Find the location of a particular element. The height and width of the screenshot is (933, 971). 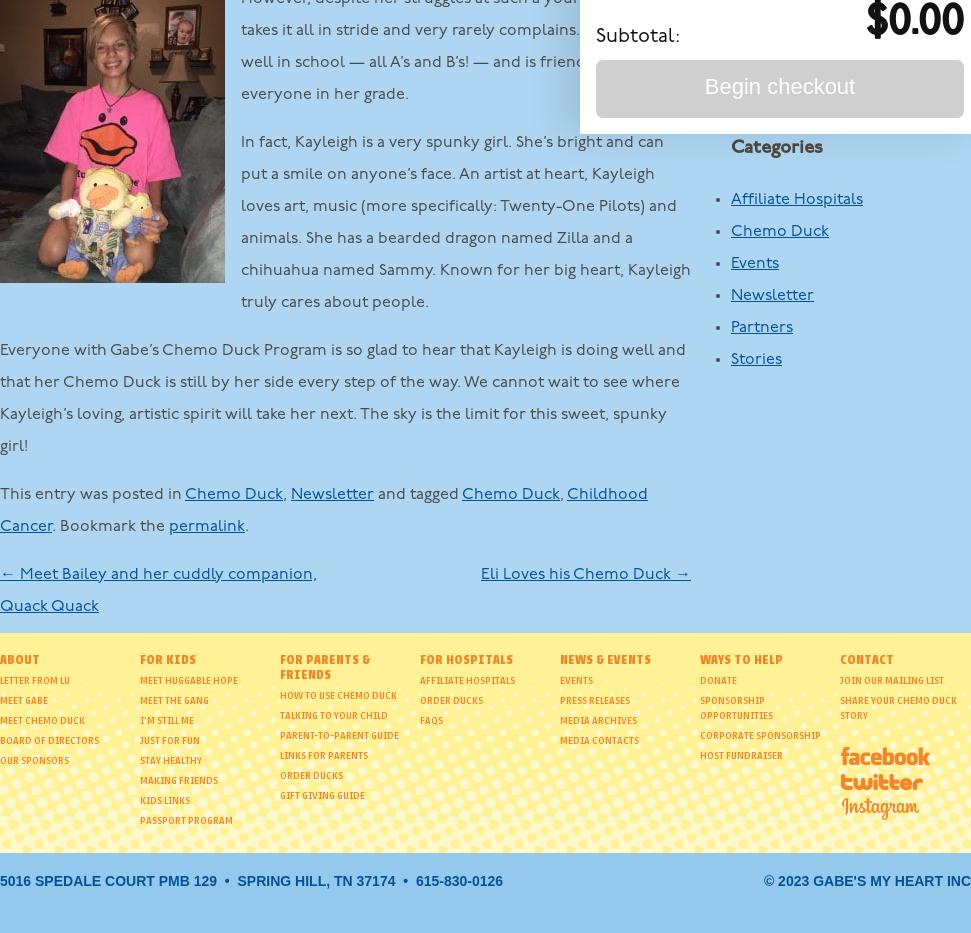

'Affiliate Hospitals' is located at coordinates (796, 199).